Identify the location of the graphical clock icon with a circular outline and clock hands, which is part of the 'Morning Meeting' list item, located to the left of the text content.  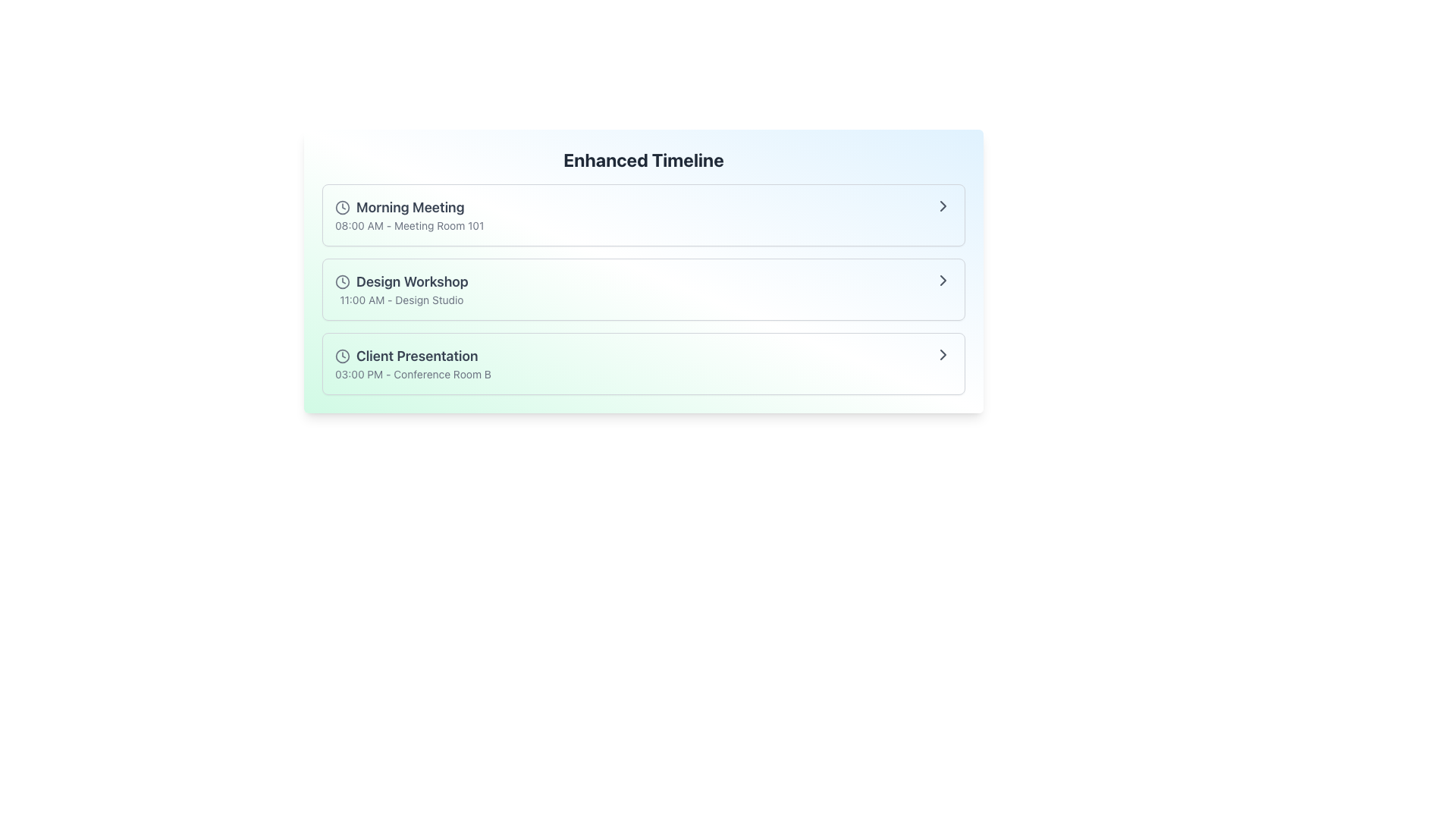
(341, 207).